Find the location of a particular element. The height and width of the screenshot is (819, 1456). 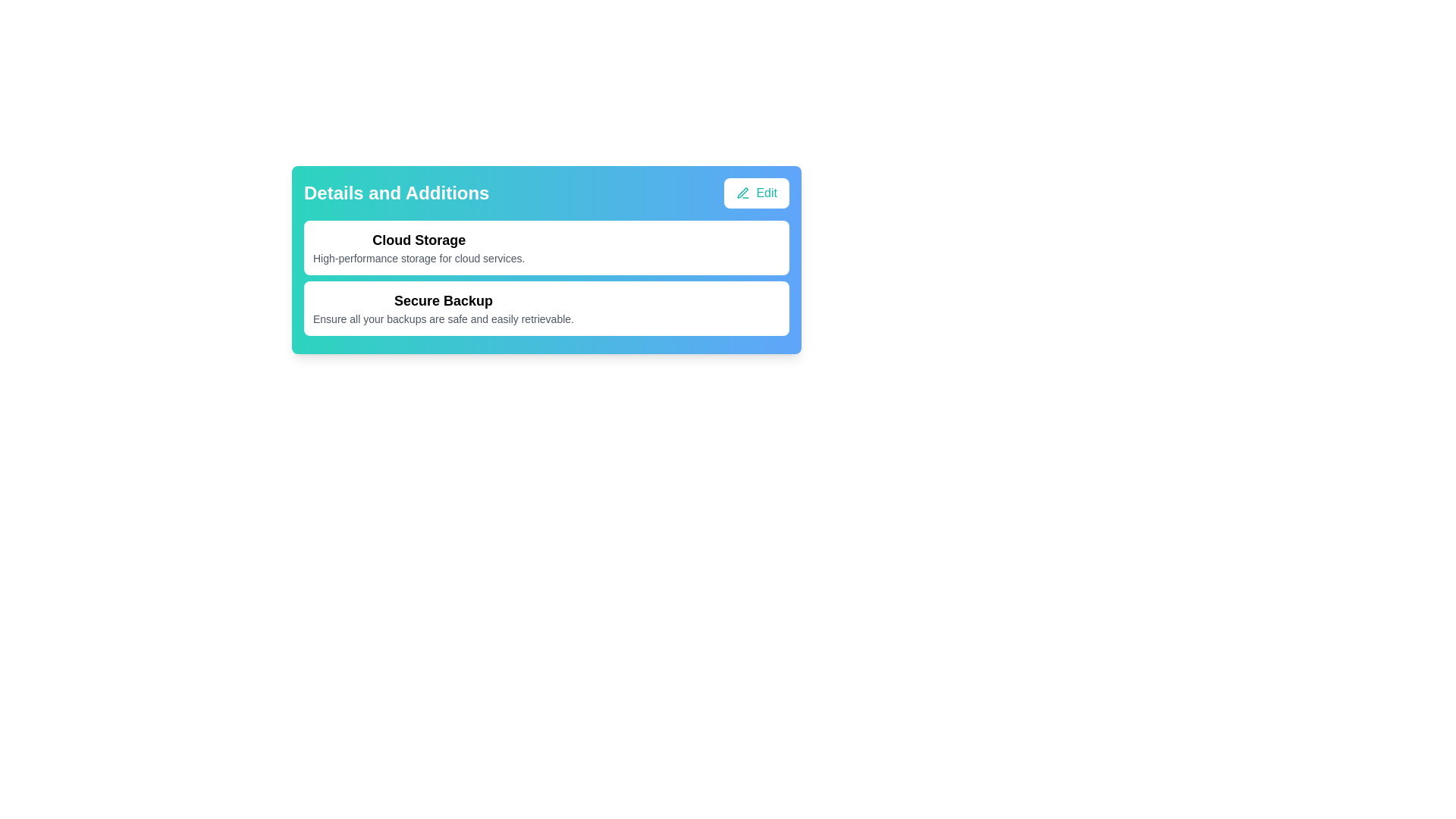

the textual content that displays the bold title 'Cloud Storage' and the description 'High-performance storage for cloud services.' is located at coordinates (419, 247).